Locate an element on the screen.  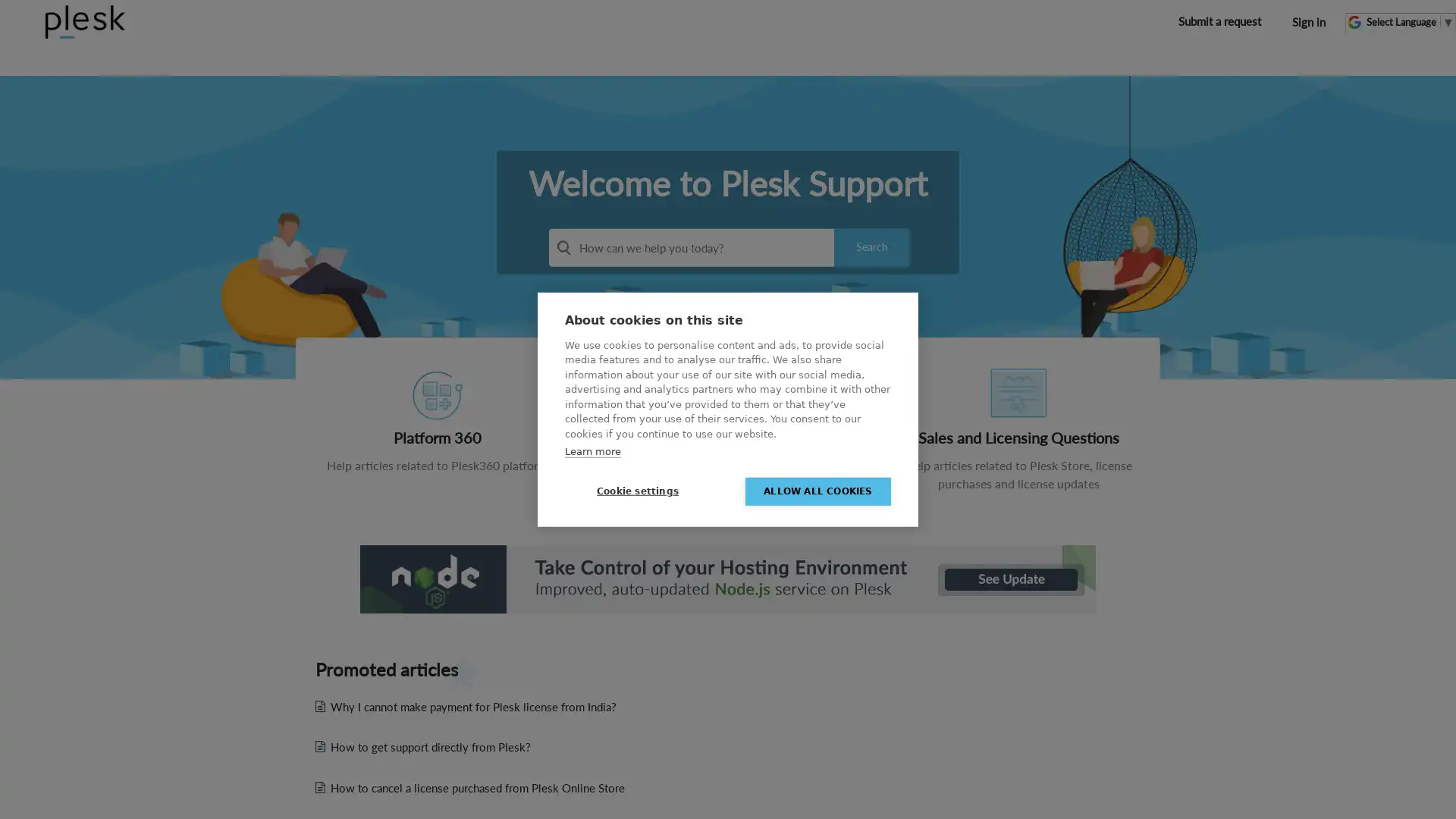
Cookie settings is located at coordinates (637, 491).